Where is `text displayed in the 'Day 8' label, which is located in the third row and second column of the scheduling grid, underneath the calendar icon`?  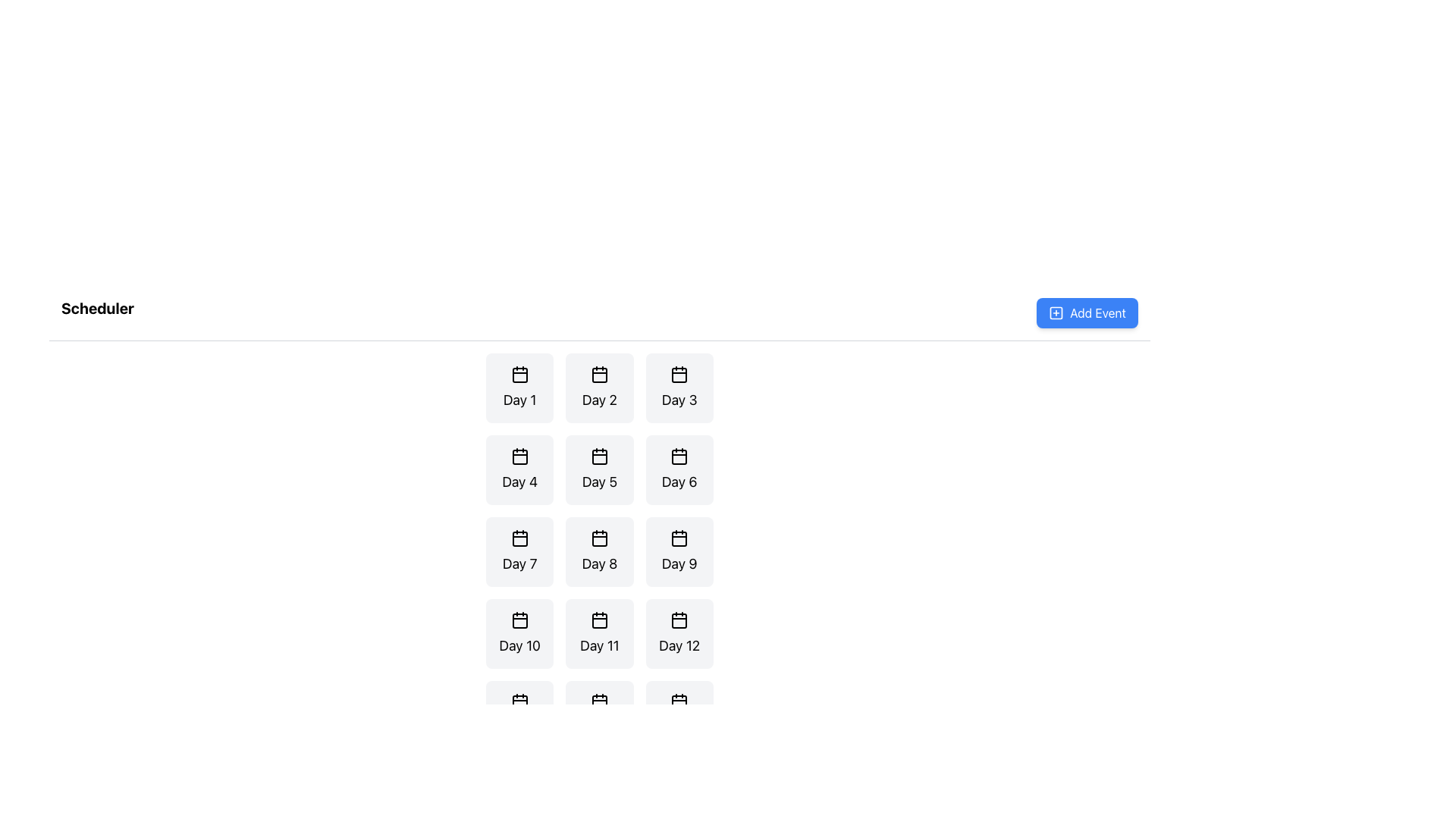 text displayed in the 'Day 8' label, which is located in the third row and second column of the scheduling grid, underneath the calendar icon is located at coordinates (599, 564).